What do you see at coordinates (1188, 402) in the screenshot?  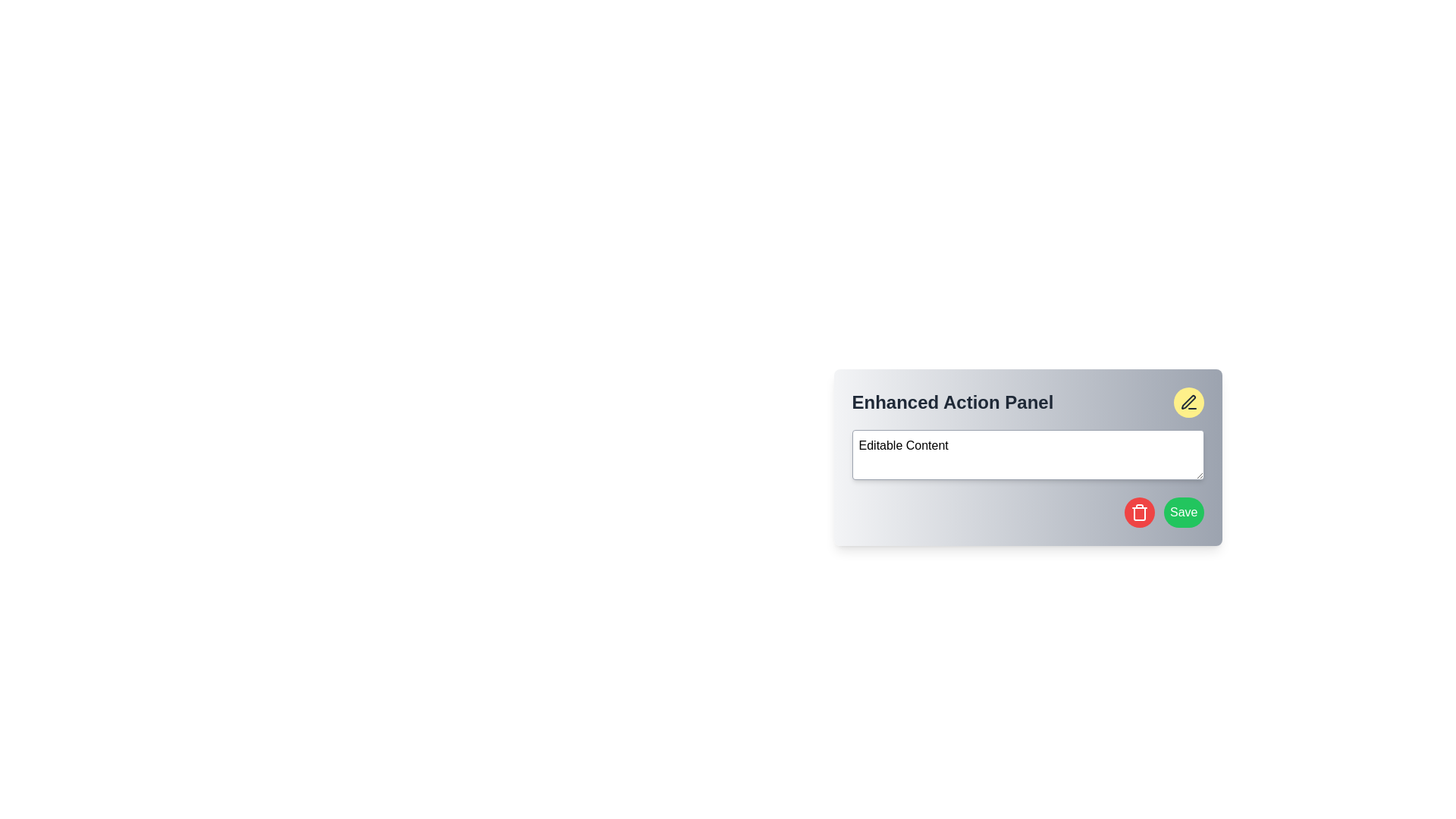 I see `the edit button located at the top-right corner of the 'Enhanced Action Panel'` at bounding box center [1188, 402].